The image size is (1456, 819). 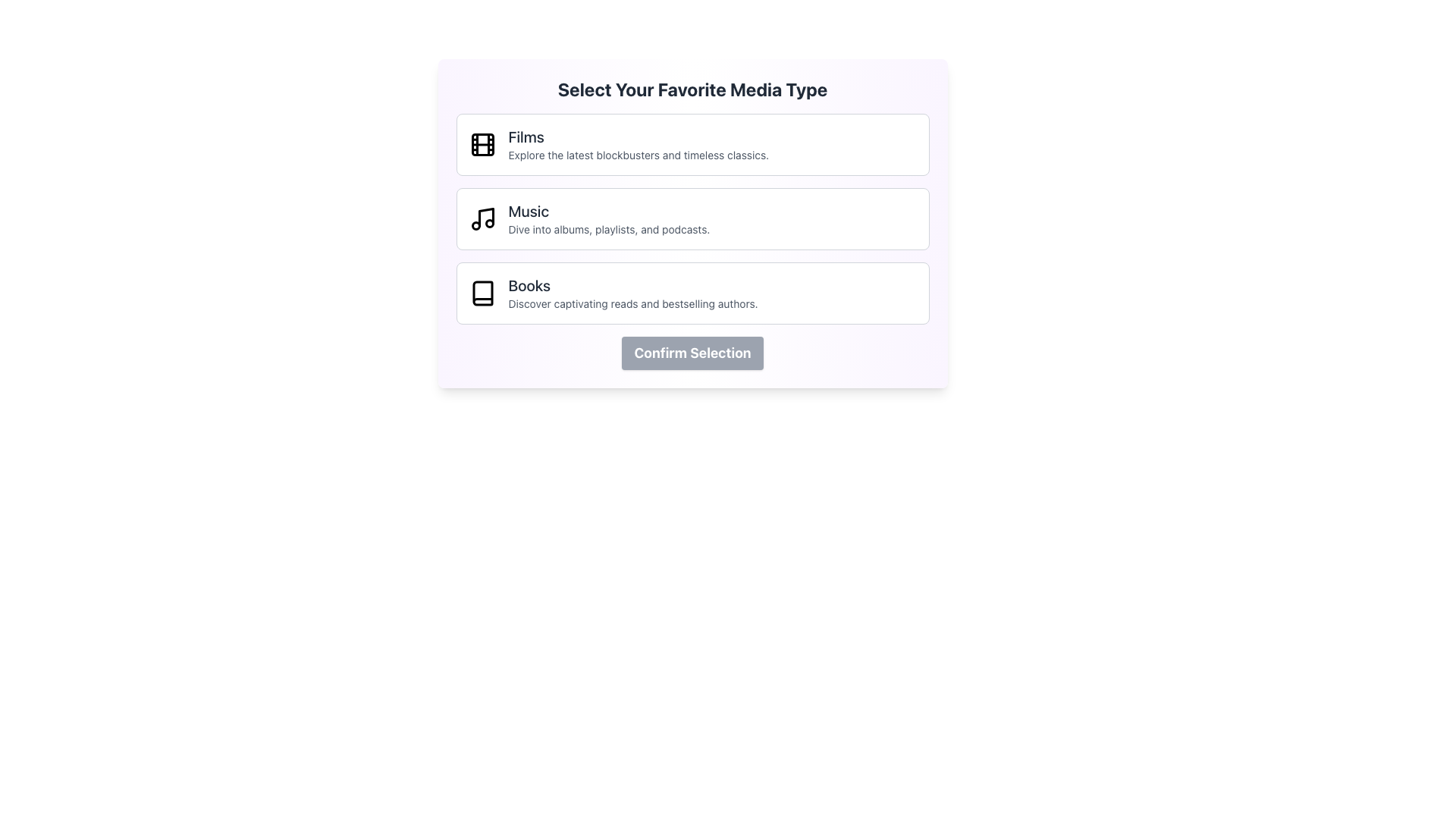 I want to click on the Text Label providing context for the 'Films' media type, located below the 'Films' title and above 'Music' and 'Books', so click(x=639, y=155).